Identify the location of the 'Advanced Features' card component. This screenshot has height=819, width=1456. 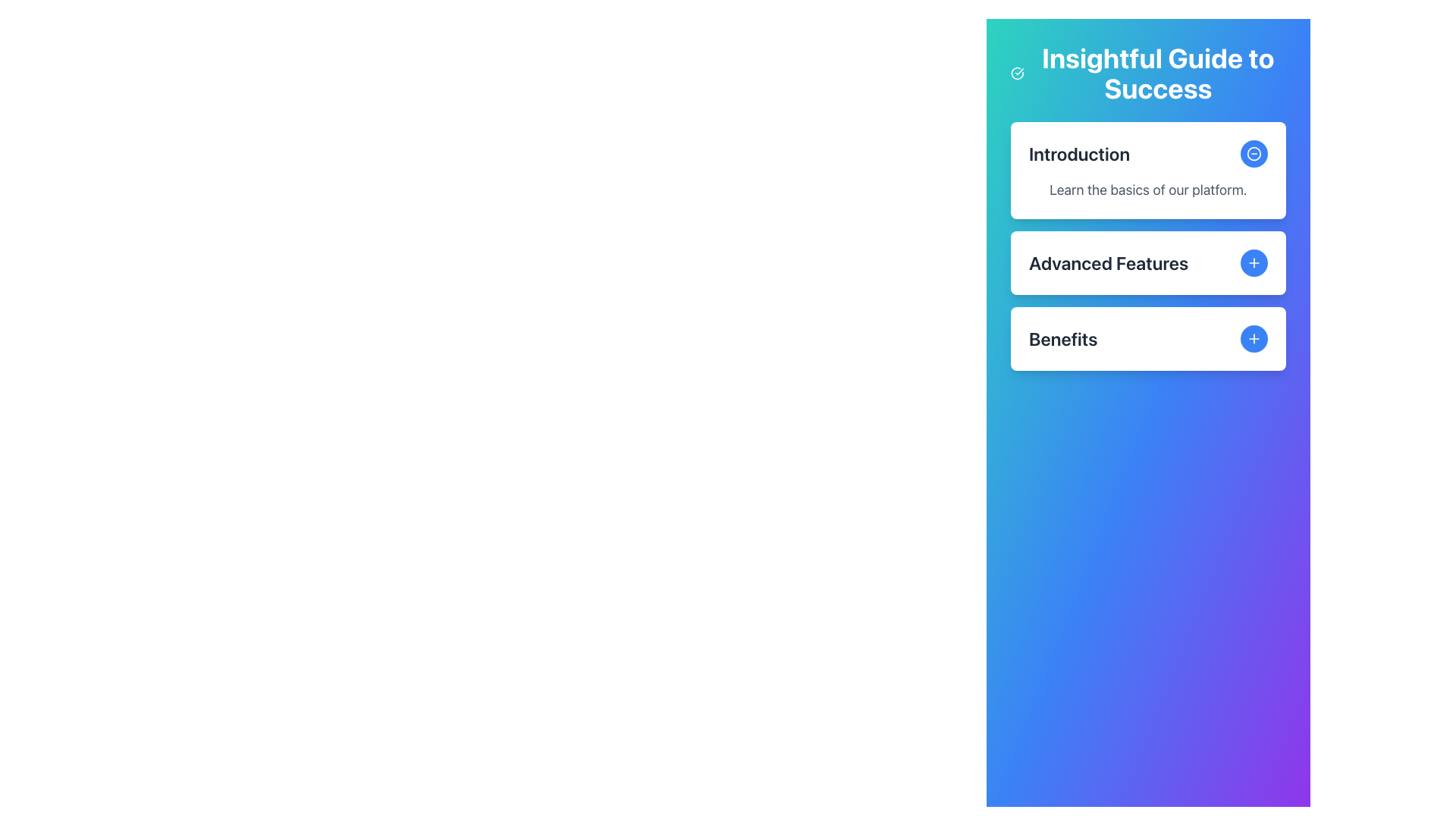
(1148, 245).